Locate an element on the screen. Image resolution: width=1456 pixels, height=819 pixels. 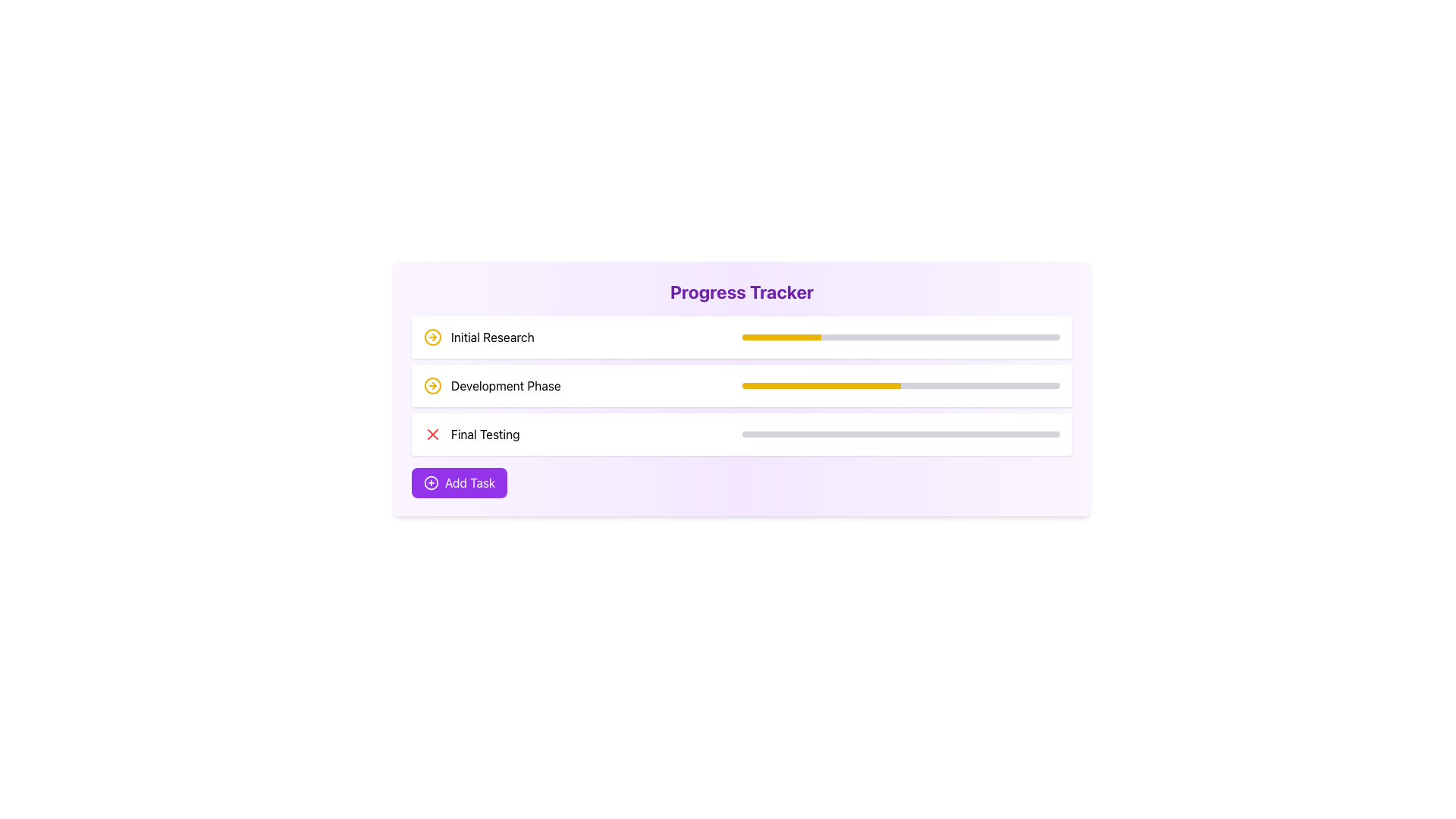
the progress indicator element that visually represents 25% completion status in the 'Initial Research' section of the progress tracker interface is located at coordinates (781, 336).